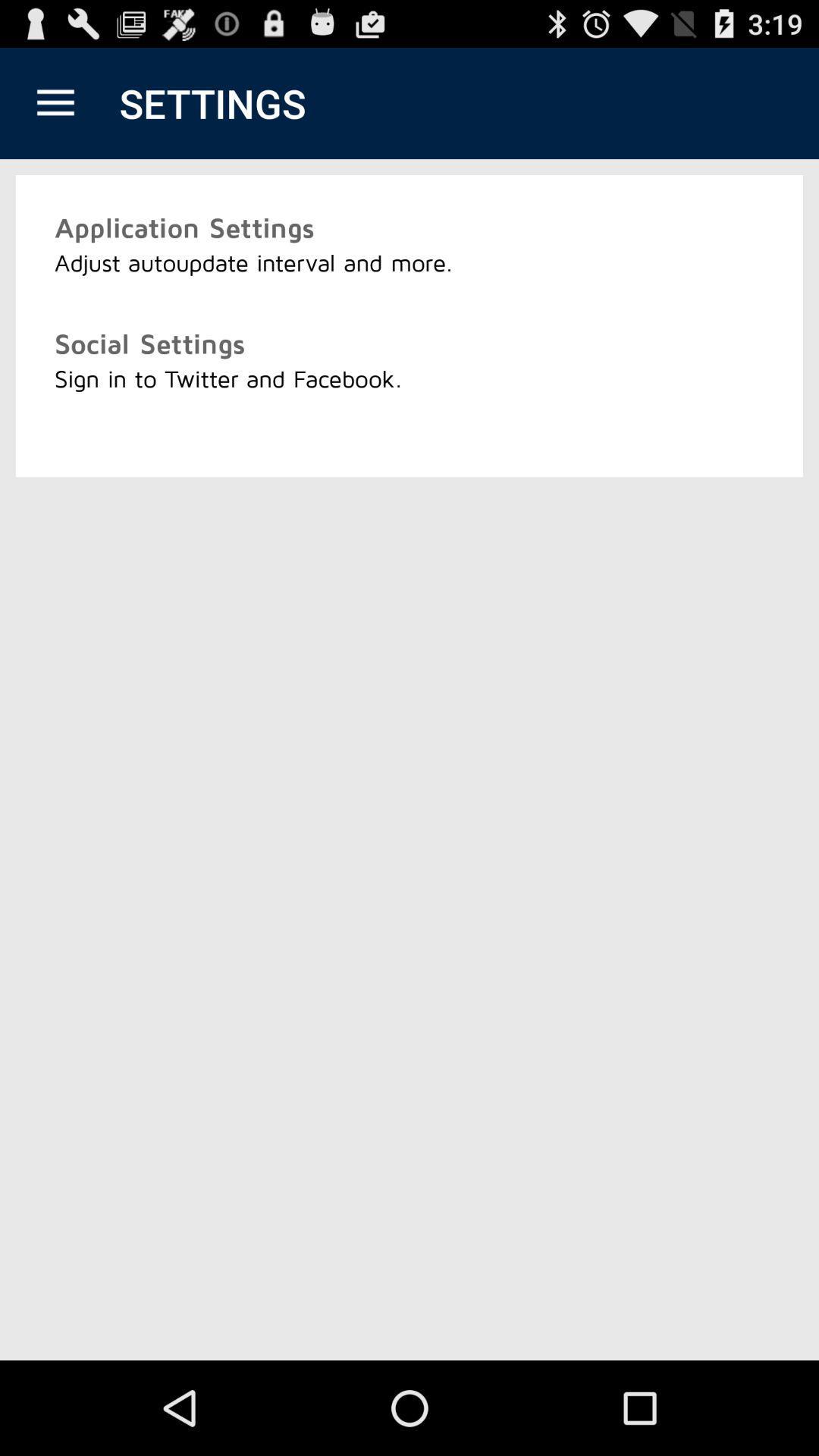 The height and width of the screenshot is (1456, 819). I want to click on menu options, so click(55, 102).